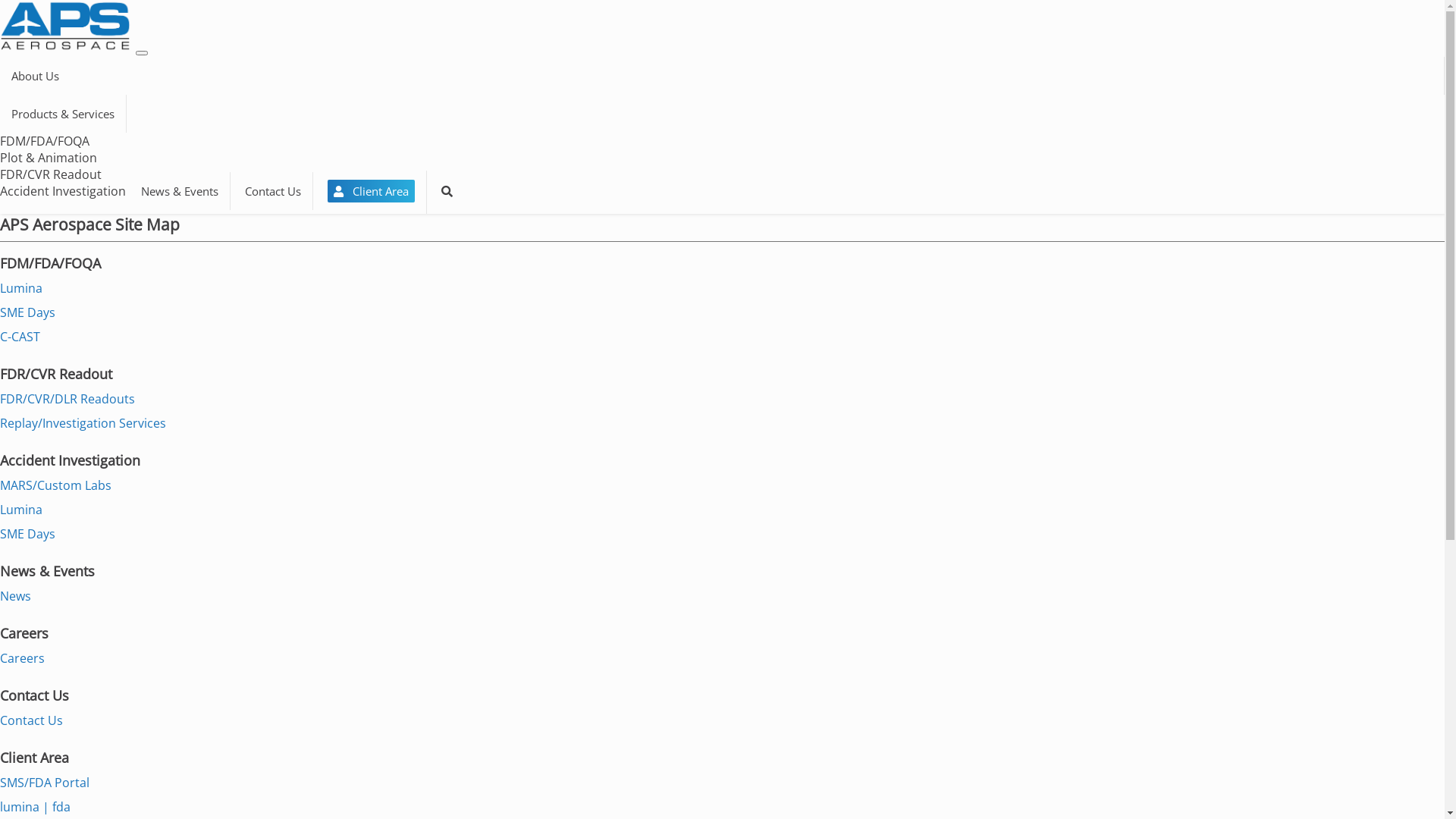  What do you see at coordinates (180, 190) in the screenshot?
I see `'News & Events'` at bounding box center [180, 190].